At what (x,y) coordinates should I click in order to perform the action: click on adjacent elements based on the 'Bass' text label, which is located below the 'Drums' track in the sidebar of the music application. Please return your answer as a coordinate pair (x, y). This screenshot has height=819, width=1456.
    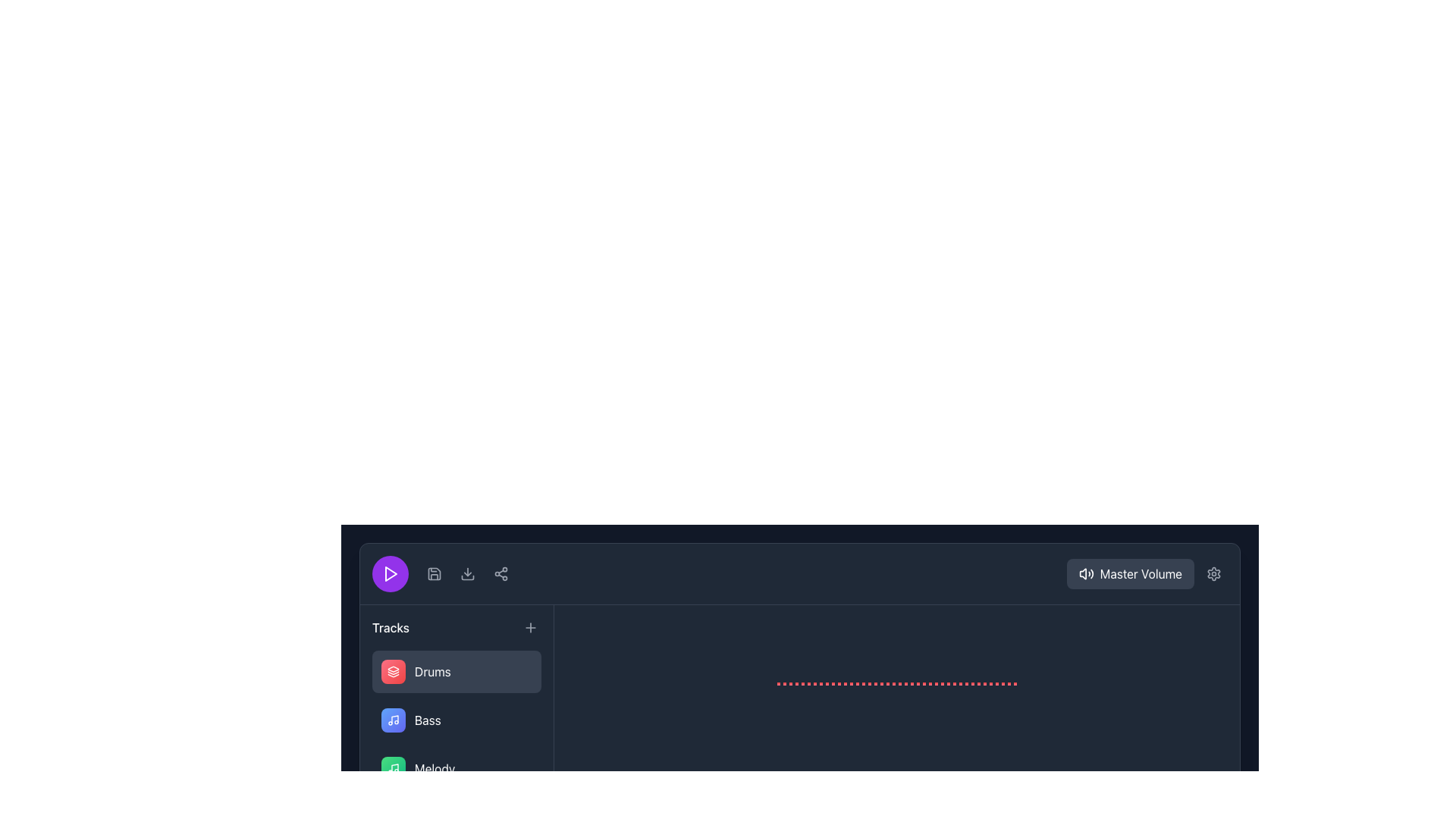
    Looking at the image, I should click on (427, 719).